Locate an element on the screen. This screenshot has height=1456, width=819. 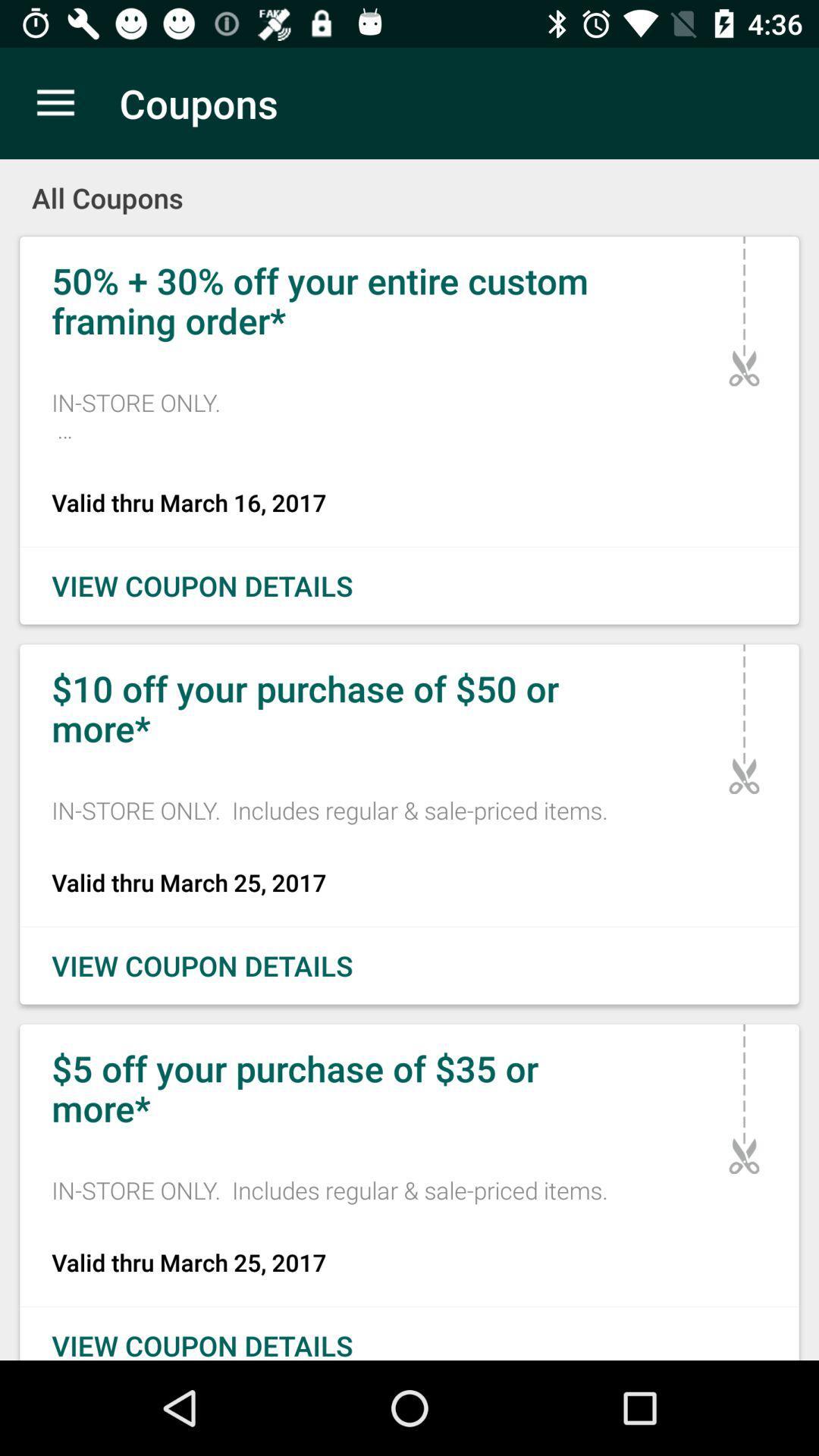
icon next to the coupons icon is located at coordinates (55, 102).